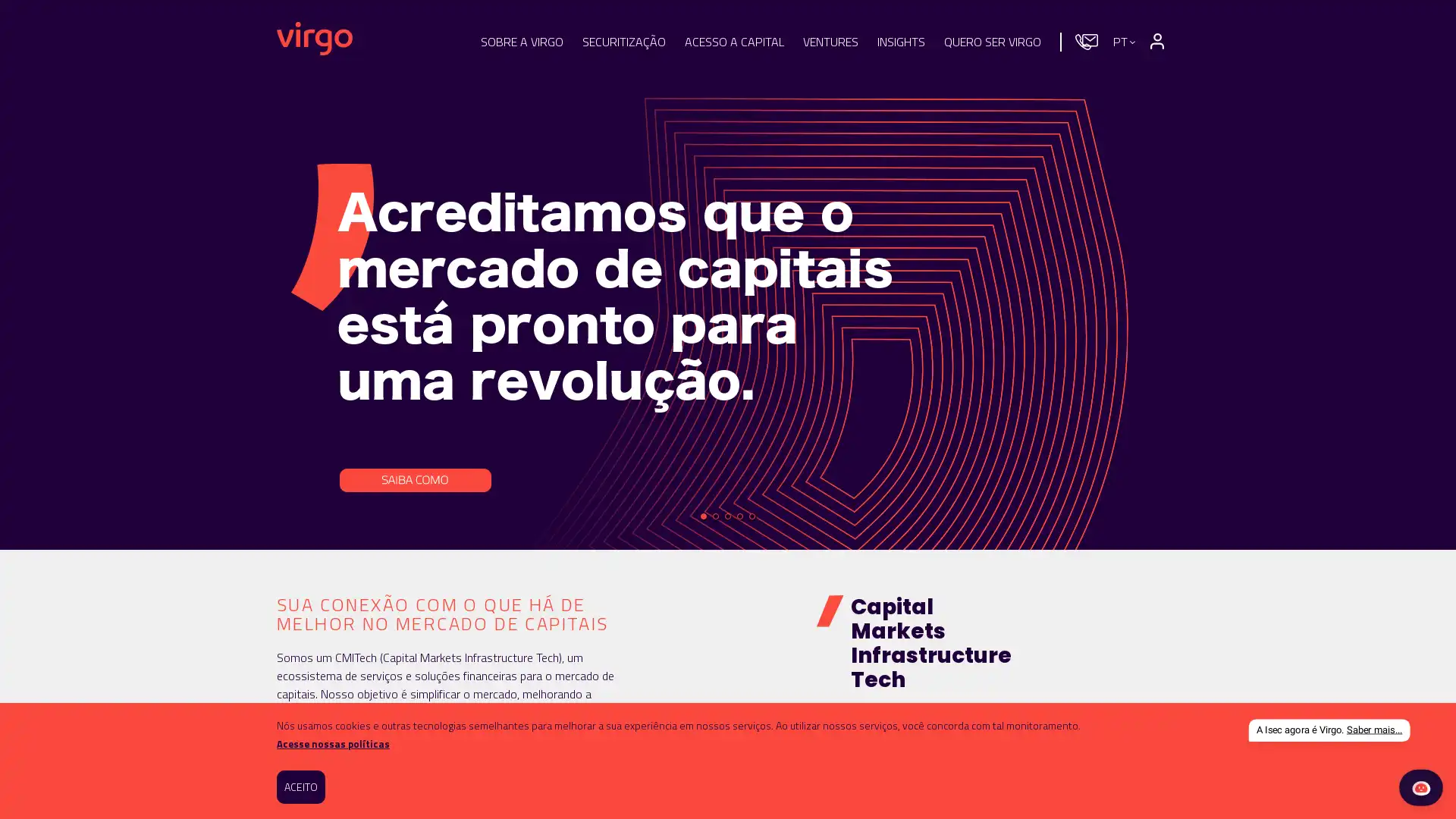  What do you see at coordinates (752, 516) in the screenshot?
I see `Go to slide 5` at bounding box center [752, 516].